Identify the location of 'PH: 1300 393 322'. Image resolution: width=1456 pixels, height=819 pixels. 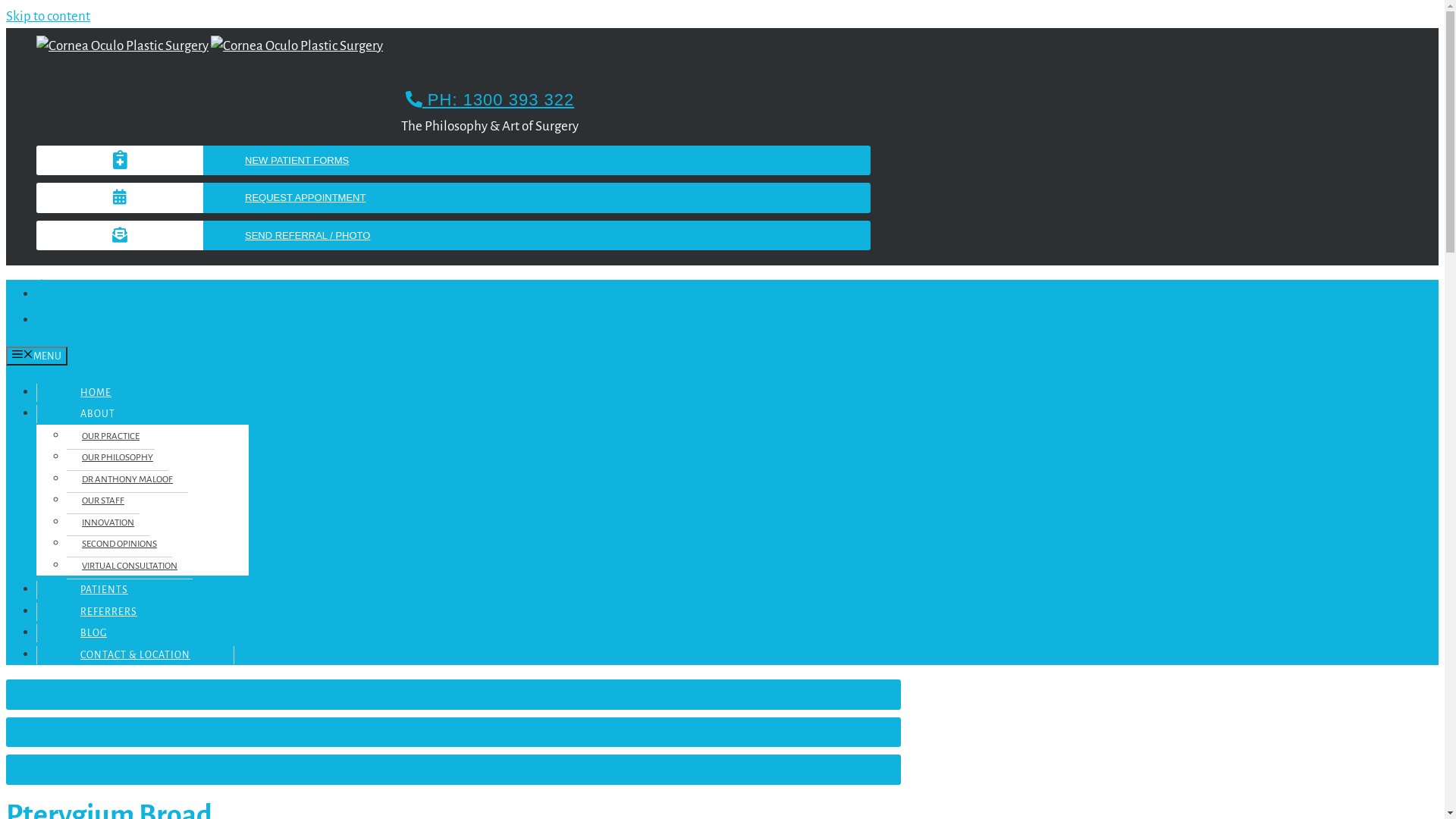
(489, 99).